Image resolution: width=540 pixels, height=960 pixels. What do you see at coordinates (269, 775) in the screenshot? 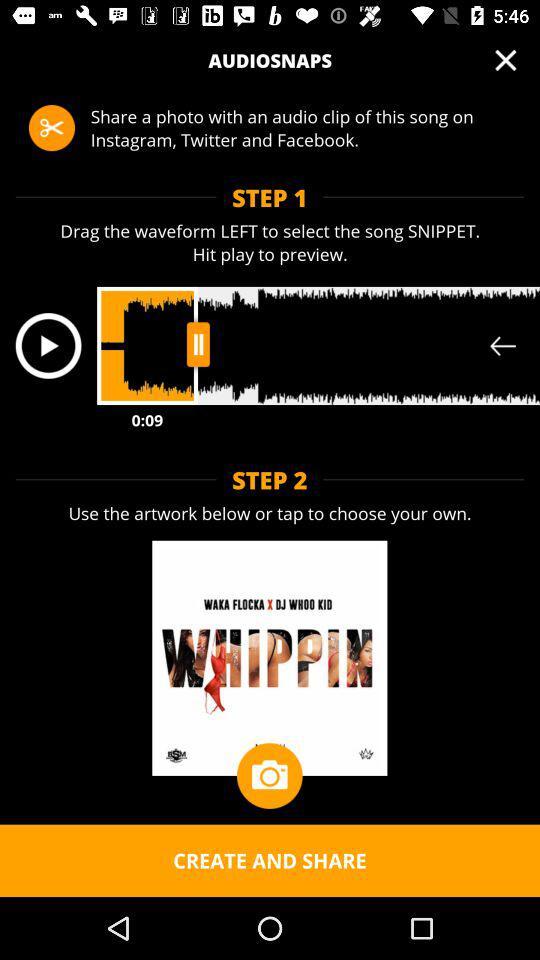
I see `the photo icon` at bounding box center [269, 775].